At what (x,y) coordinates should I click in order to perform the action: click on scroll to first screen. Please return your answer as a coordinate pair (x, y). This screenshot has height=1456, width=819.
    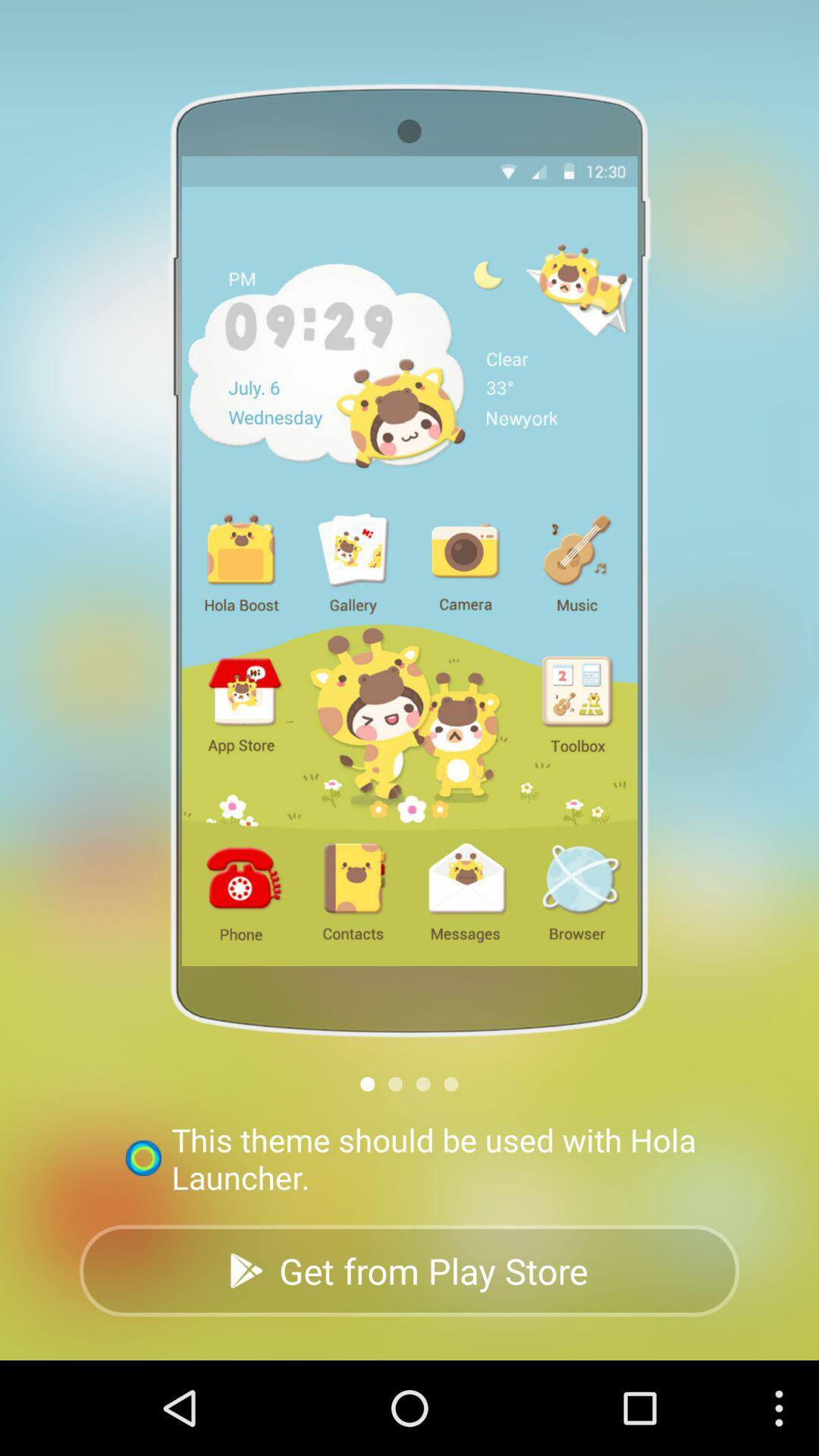
    Looking at the image, I should click on (367, 1083).